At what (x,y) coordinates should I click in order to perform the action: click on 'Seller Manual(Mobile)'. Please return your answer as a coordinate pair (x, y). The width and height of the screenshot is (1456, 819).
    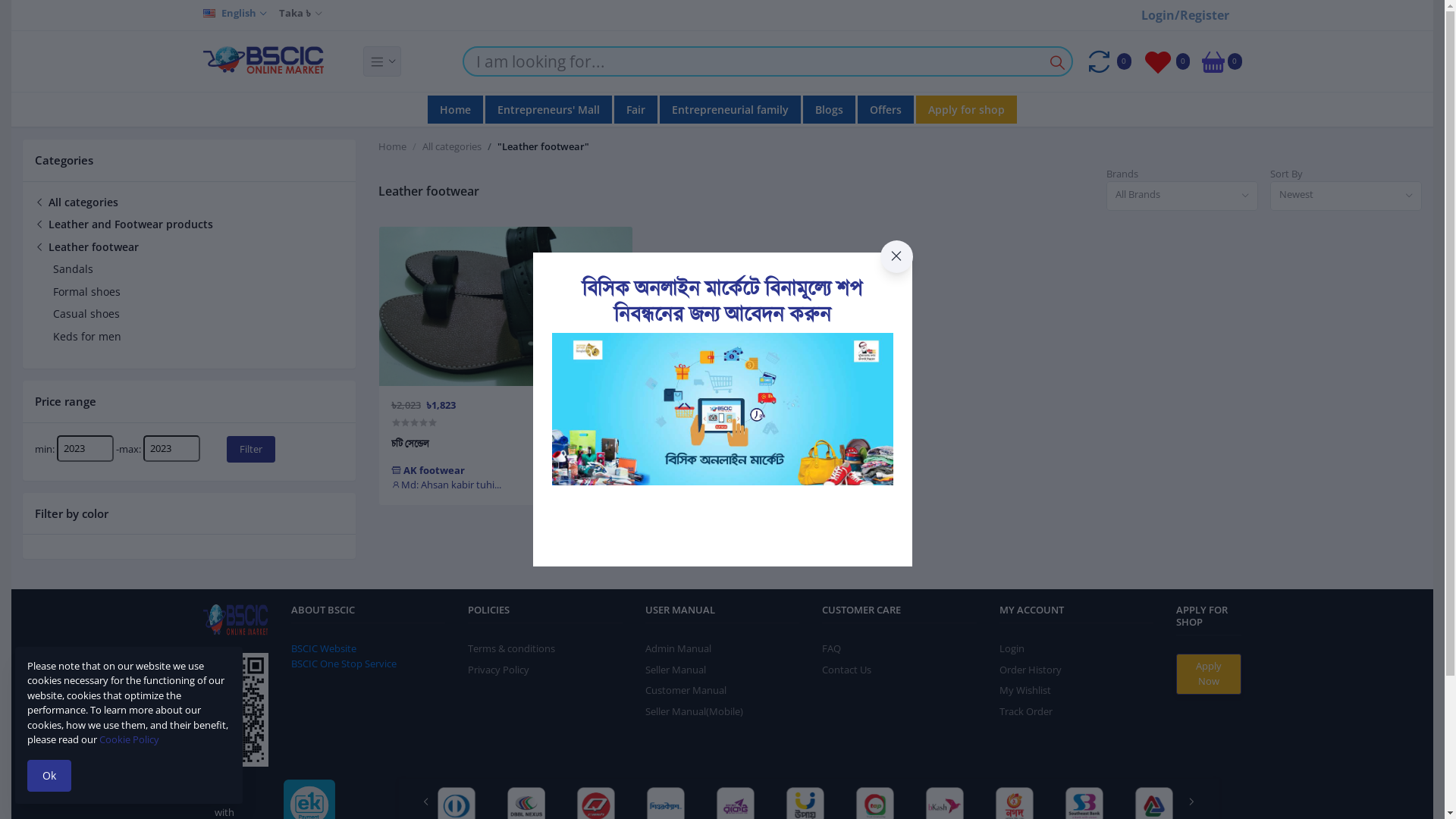
    Looking at the image, I should click on (645, 711).